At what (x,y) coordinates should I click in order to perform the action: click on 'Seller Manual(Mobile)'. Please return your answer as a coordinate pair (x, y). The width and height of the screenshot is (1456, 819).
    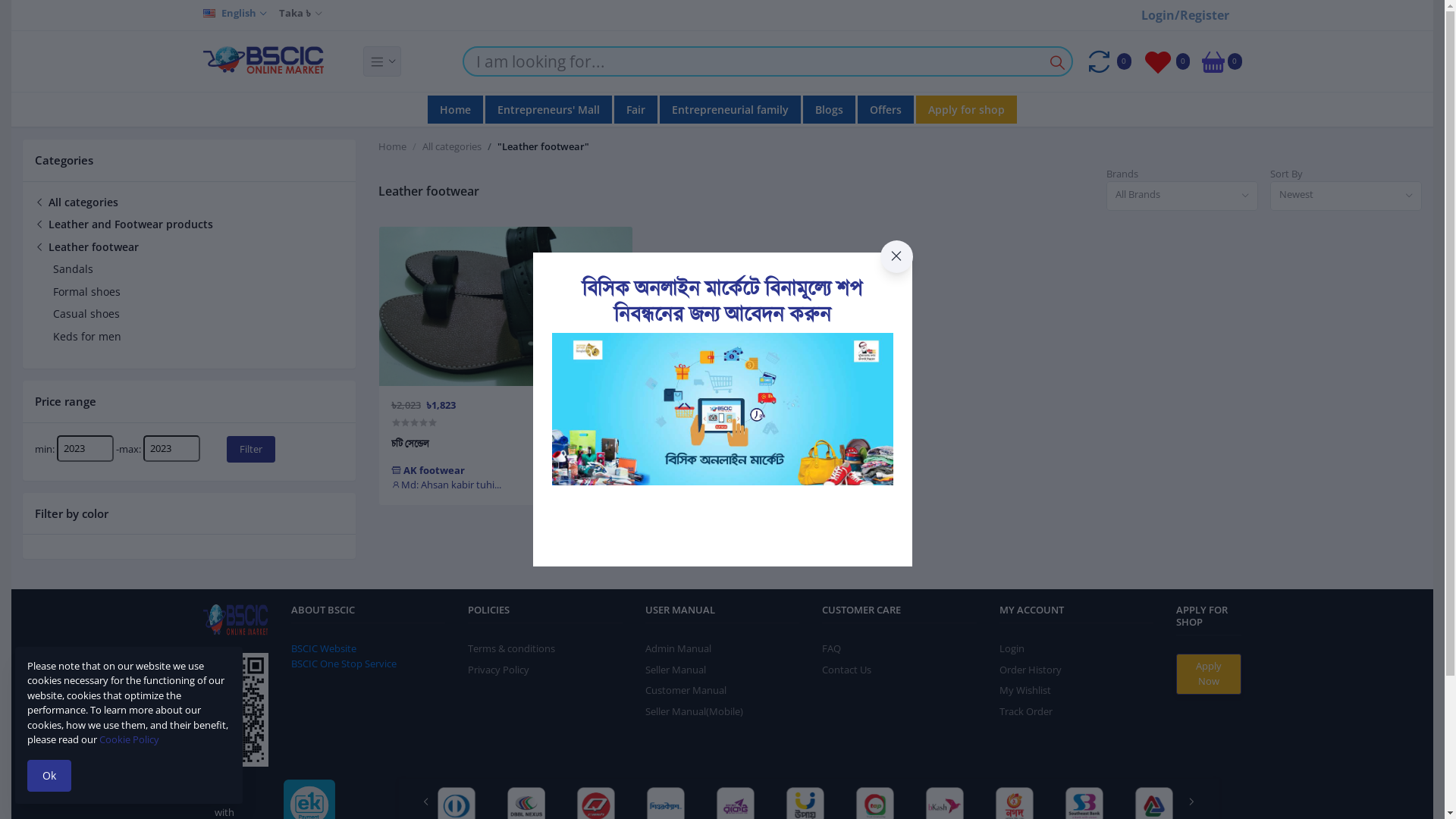
    Looking at the image, I should click on (645, 711).